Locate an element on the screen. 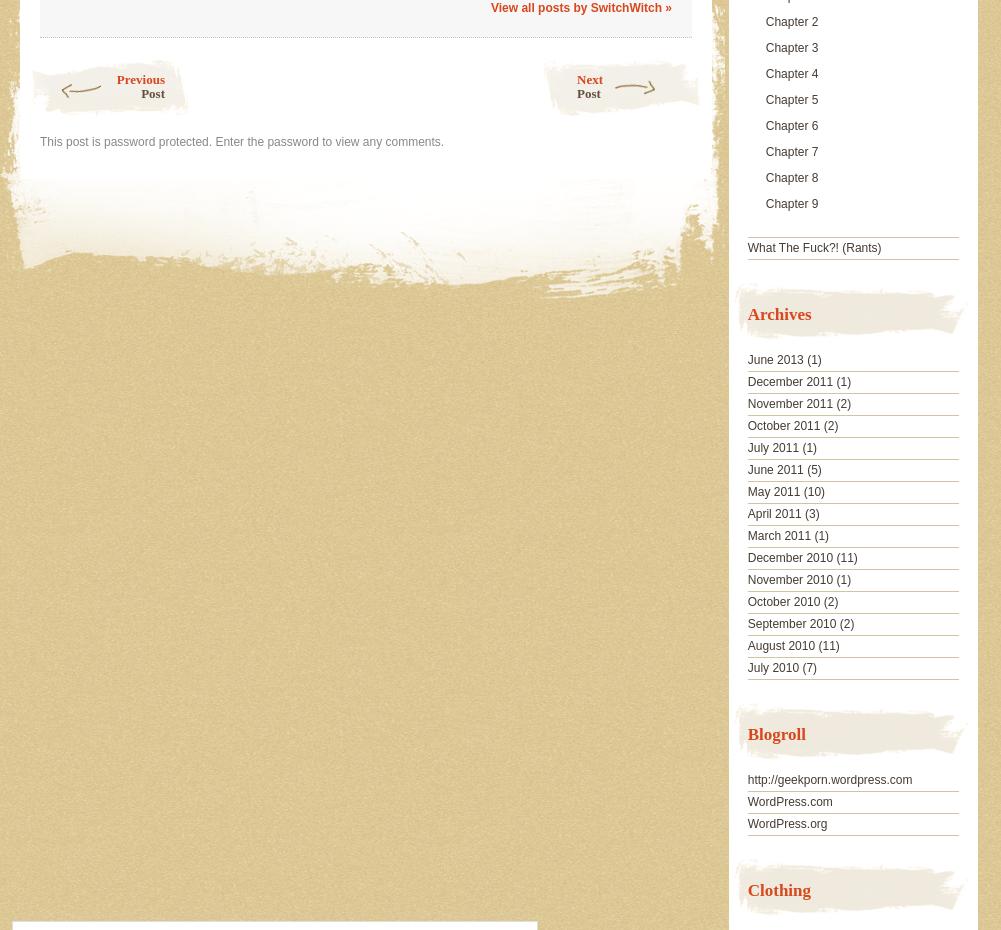 This screenshot has width=1001, height=930. 'WordPress.org' is located at coordinates (786, 822).